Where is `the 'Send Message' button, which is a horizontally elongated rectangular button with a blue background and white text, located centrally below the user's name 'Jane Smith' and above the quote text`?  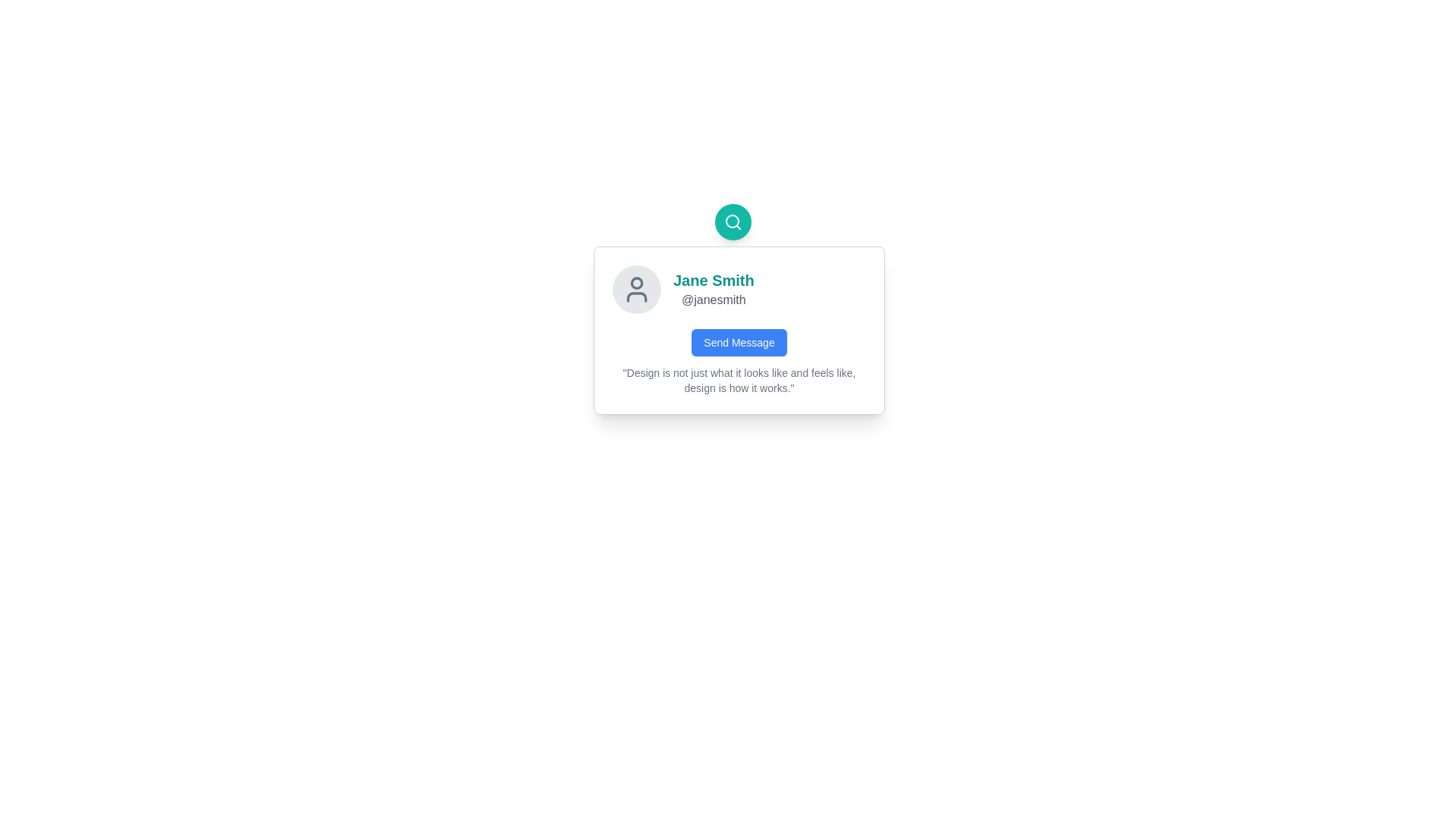
the 'Send Message' button, which is a horizontally elongated rectangular button with a blue background and white text, located centrally below the user's name 'Jane Smith' and above the quote text is located at coordinates (739, 342).